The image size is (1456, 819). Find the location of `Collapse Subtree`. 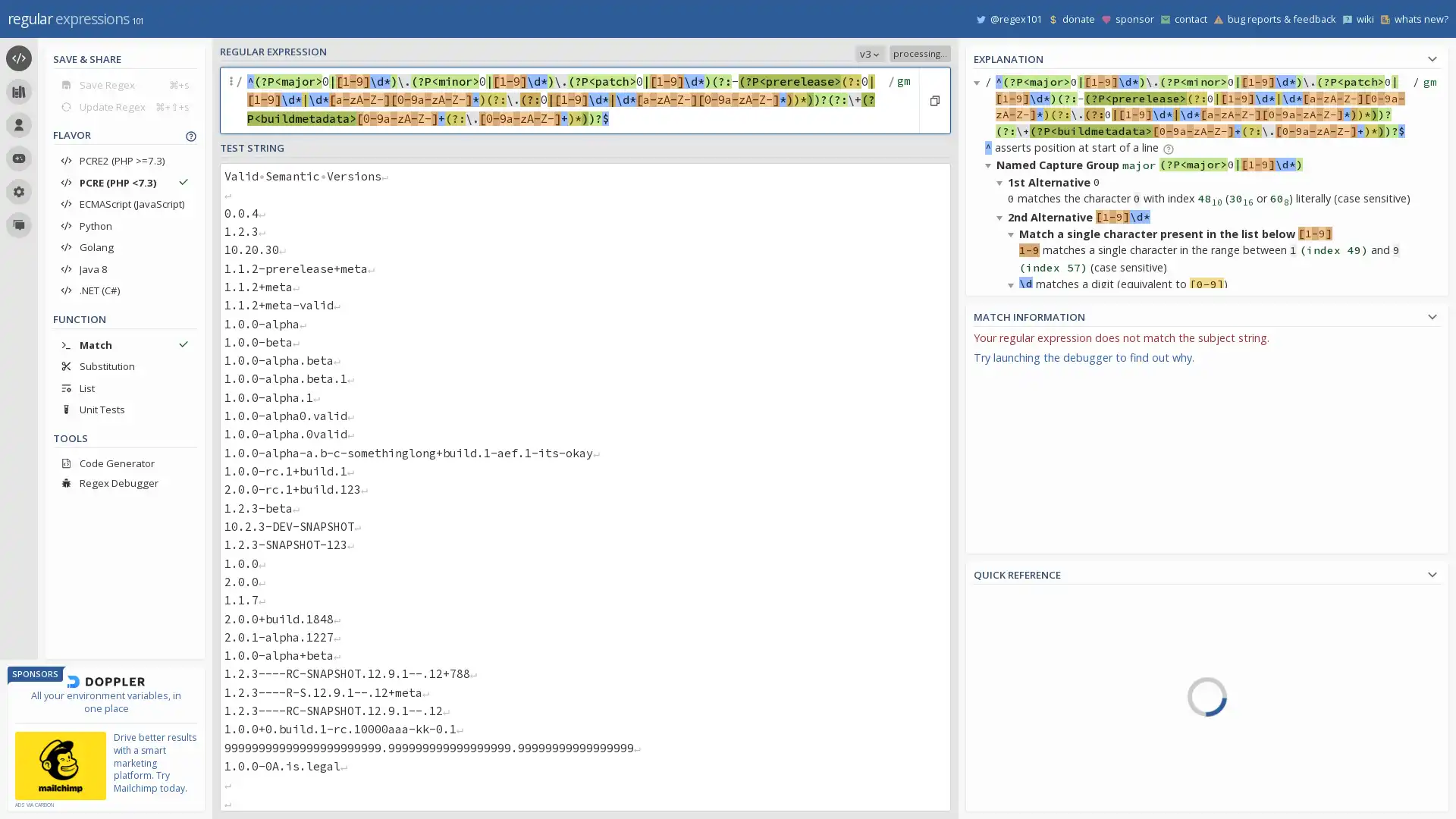

Collapse Subtree is located at coordinates (1013, 422).